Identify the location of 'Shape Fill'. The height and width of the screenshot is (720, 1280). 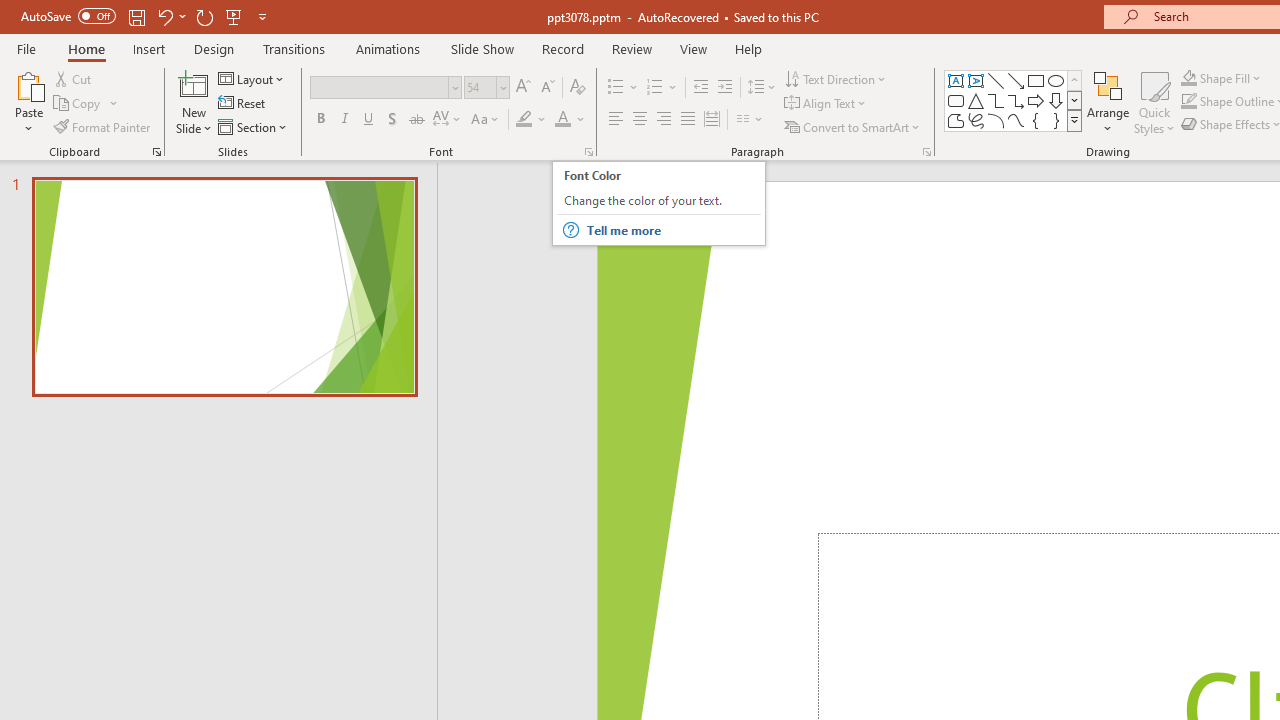
(1220, 77).